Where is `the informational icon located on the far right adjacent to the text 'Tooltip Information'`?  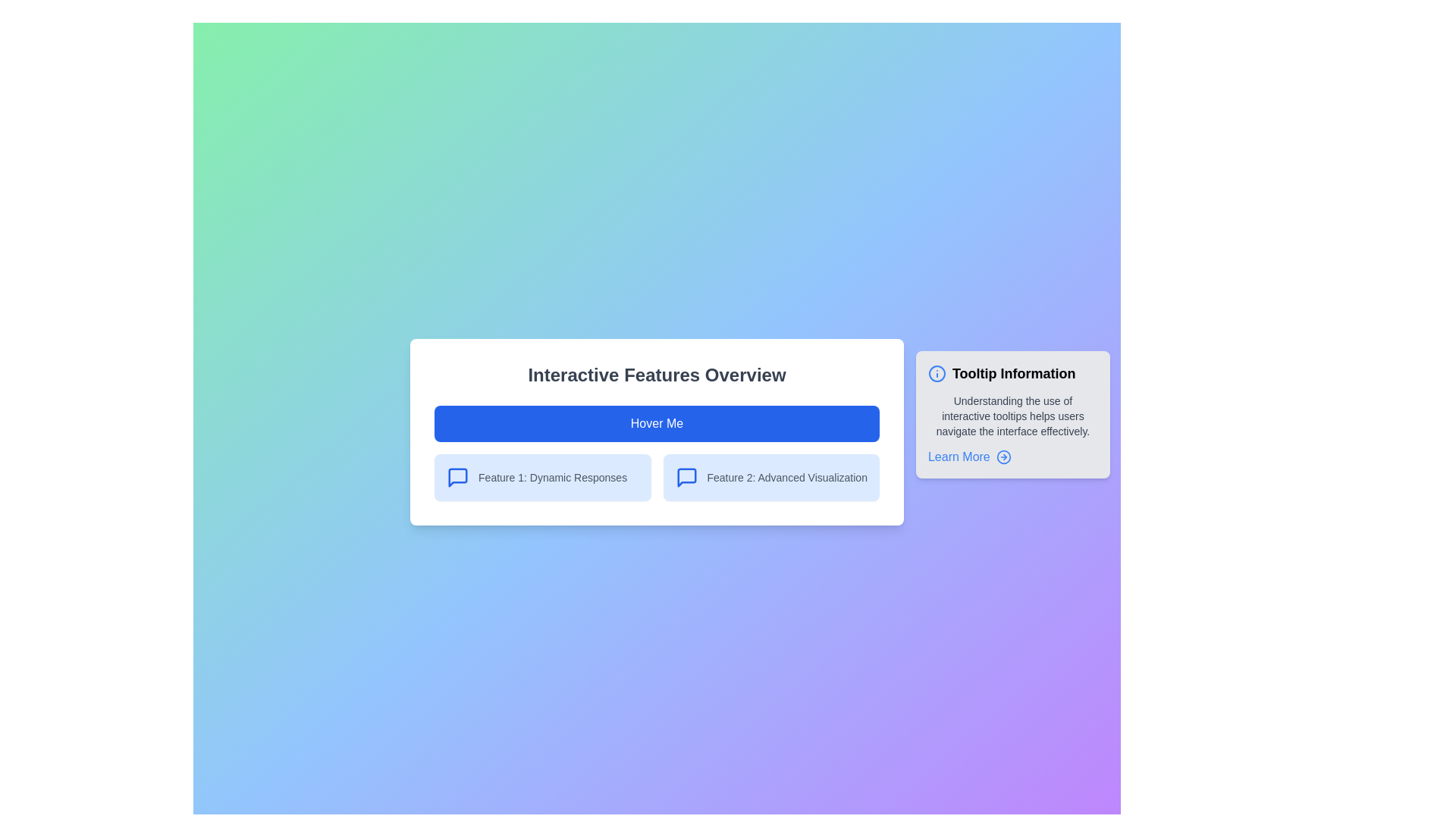
the informational icon located on the far right adjacent to the text 'Tooltip Information' is located at coordinates (936, 374).